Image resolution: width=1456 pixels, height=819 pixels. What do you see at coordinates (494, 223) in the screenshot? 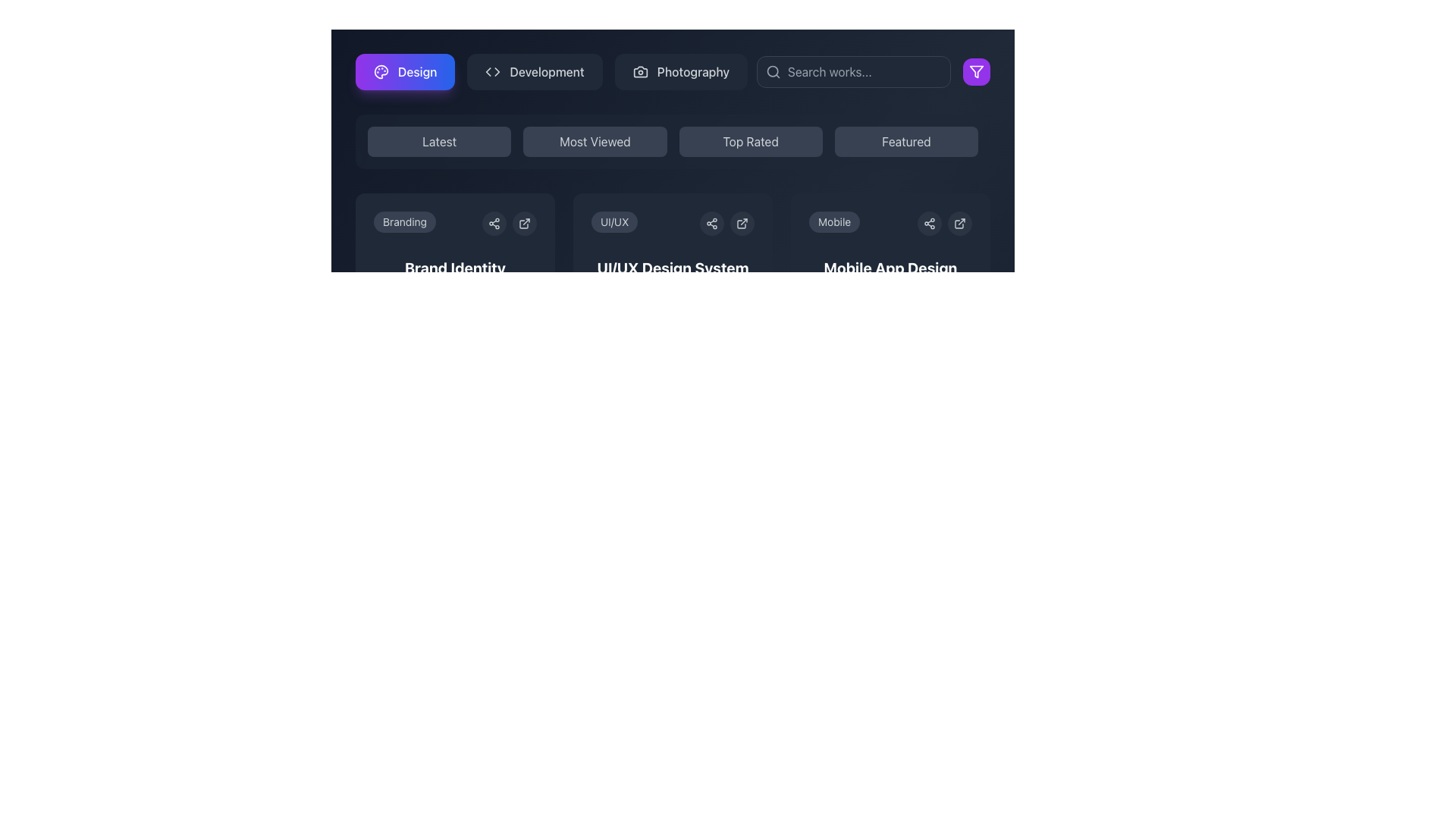
I see `the Share button icon, which is represented by three connected circles overlaid on a semi-transparent dark background, located in the upper right corner of a card-like widget` at bounding box center [494, 223].